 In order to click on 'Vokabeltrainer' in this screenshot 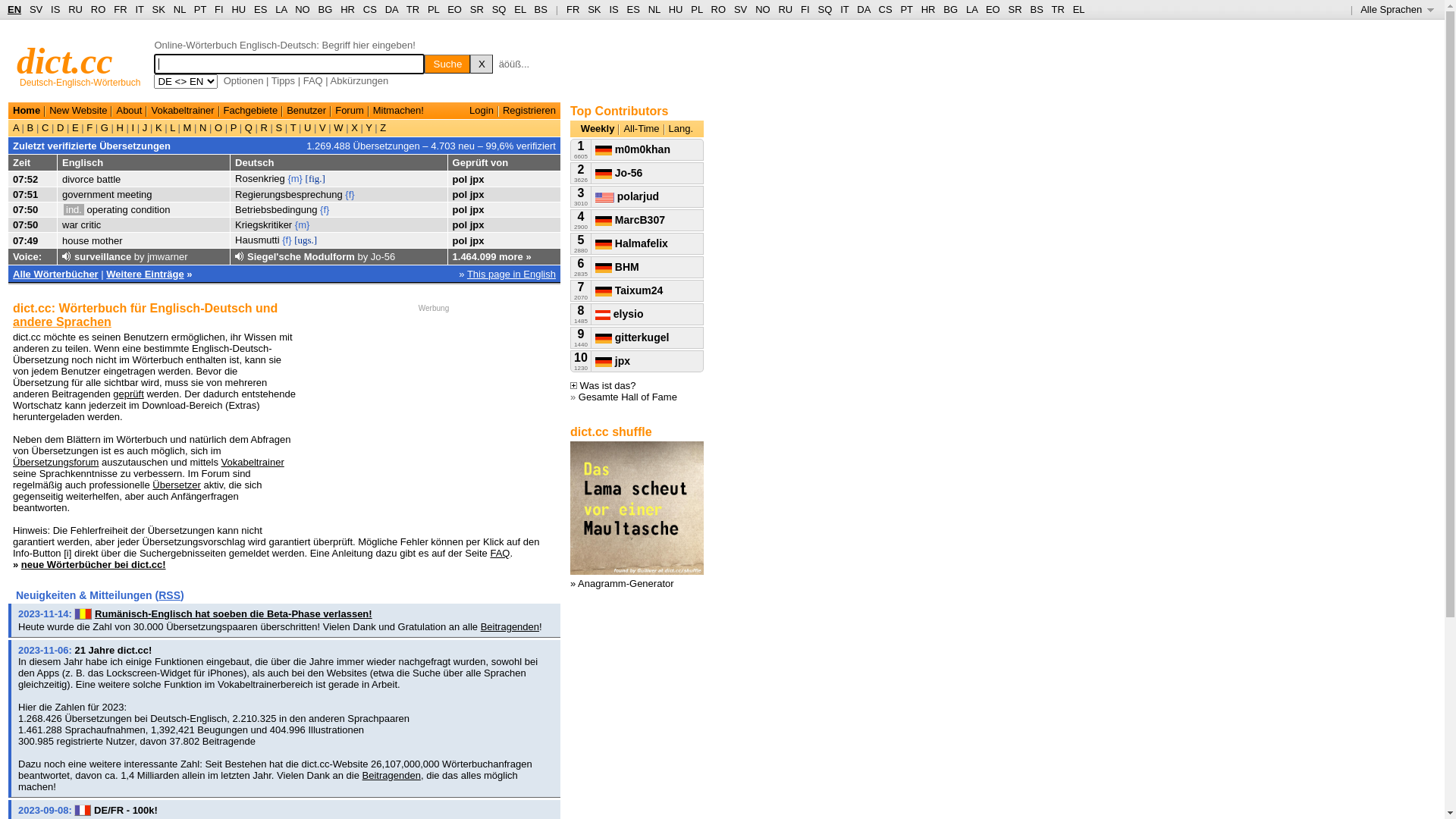, I will do `click(182, 109)`.